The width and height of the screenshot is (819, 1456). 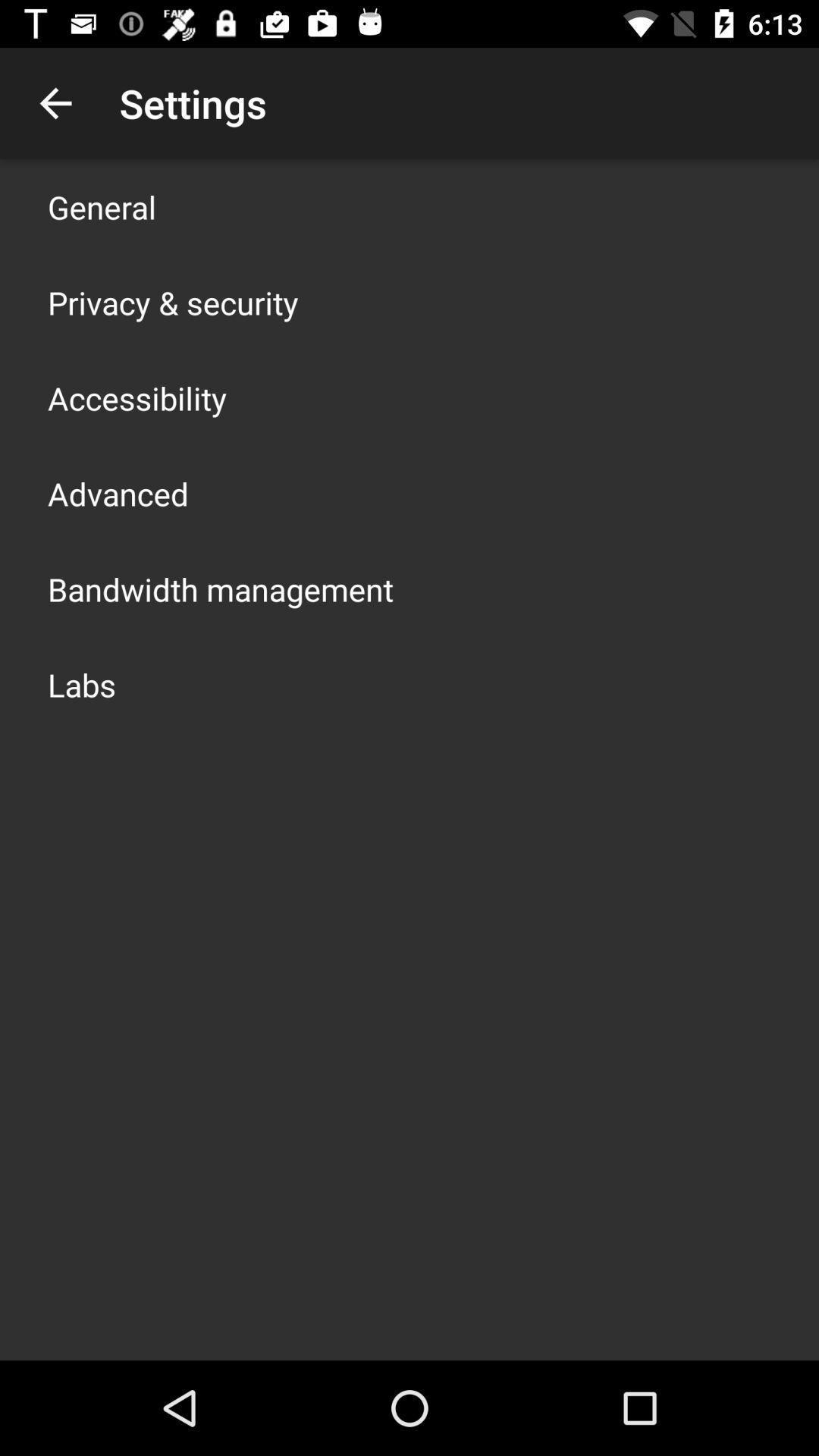 What do you see at coordinates (137, 397) in the screenshot?
I see `the icon below the privacy & security app` at bounding box center [137, 397].